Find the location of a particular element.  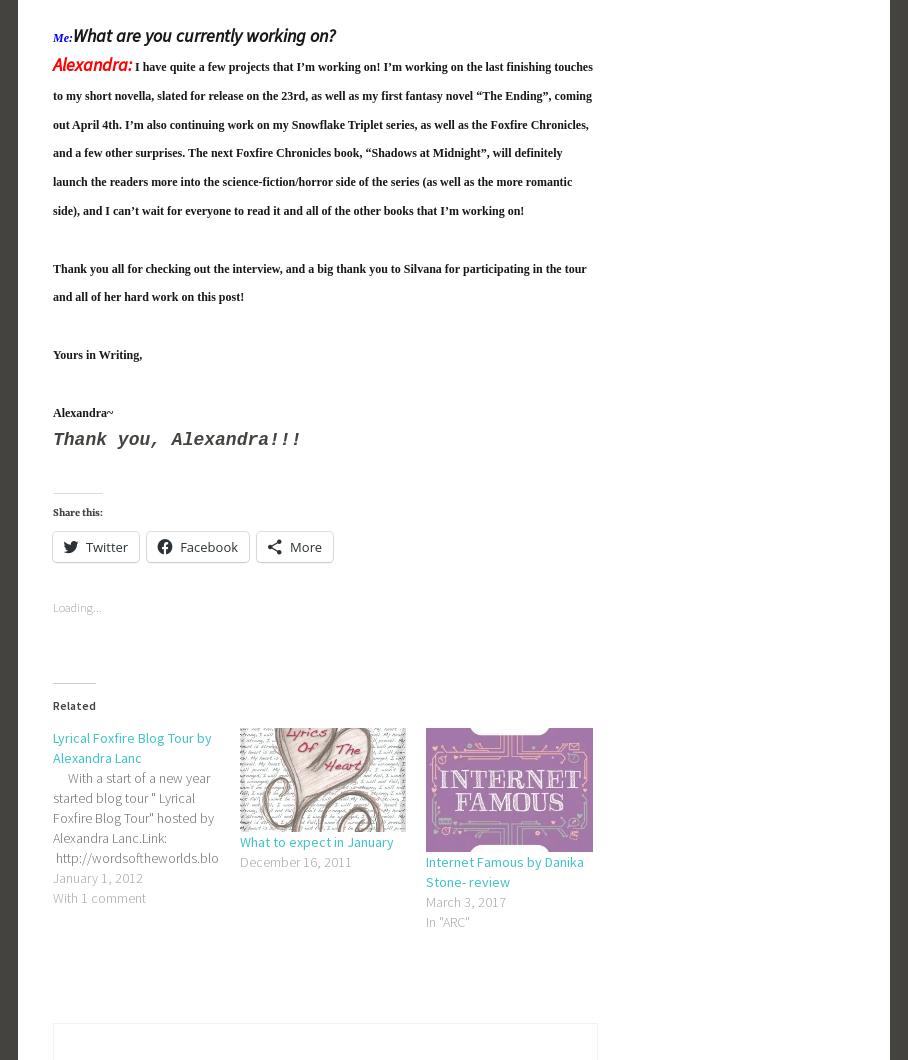

'Share this:' is located at coordinates (76, 512).